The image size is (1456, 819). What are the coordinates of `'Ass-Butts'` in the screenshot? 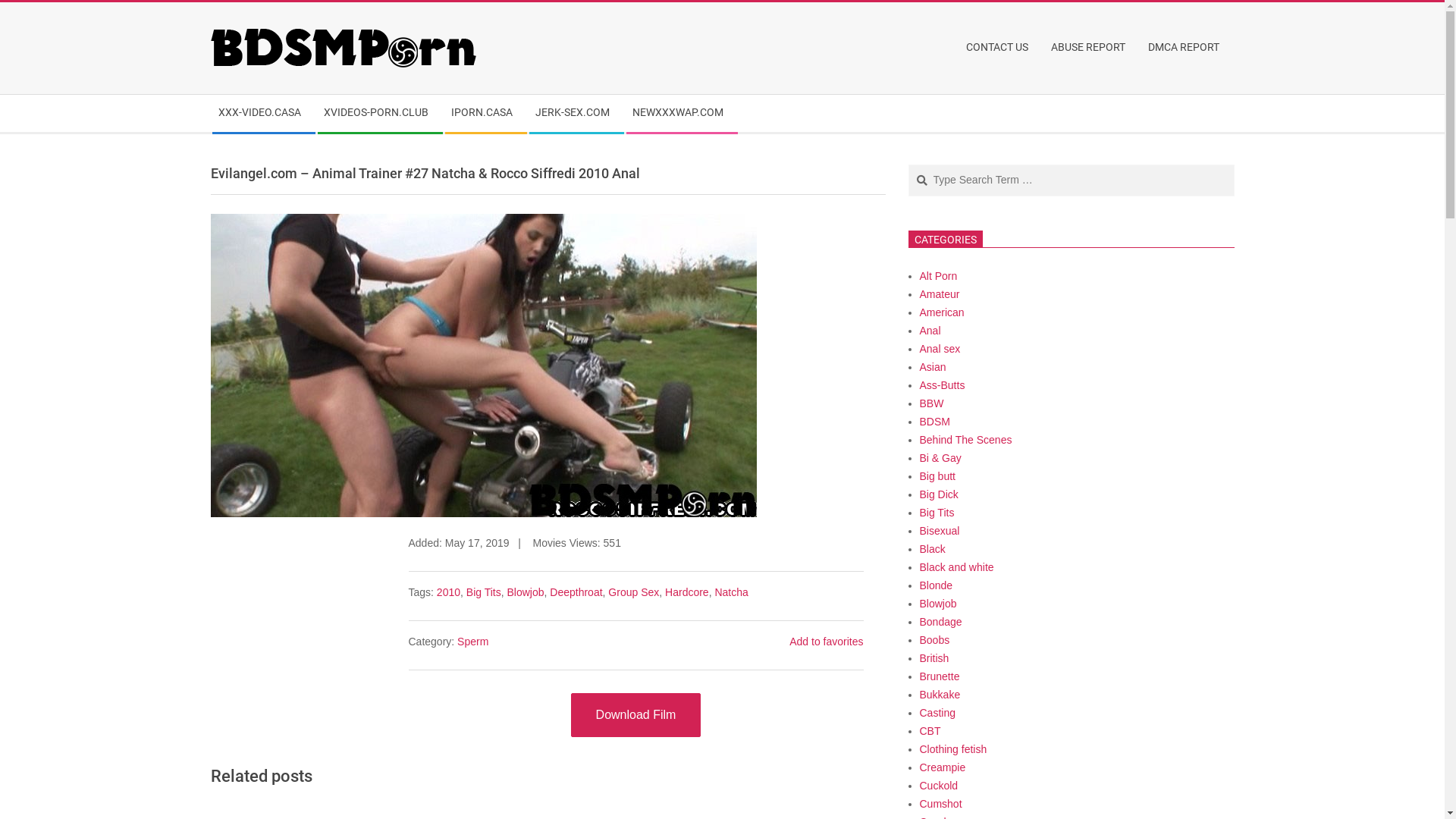 It's located at (941, 384).